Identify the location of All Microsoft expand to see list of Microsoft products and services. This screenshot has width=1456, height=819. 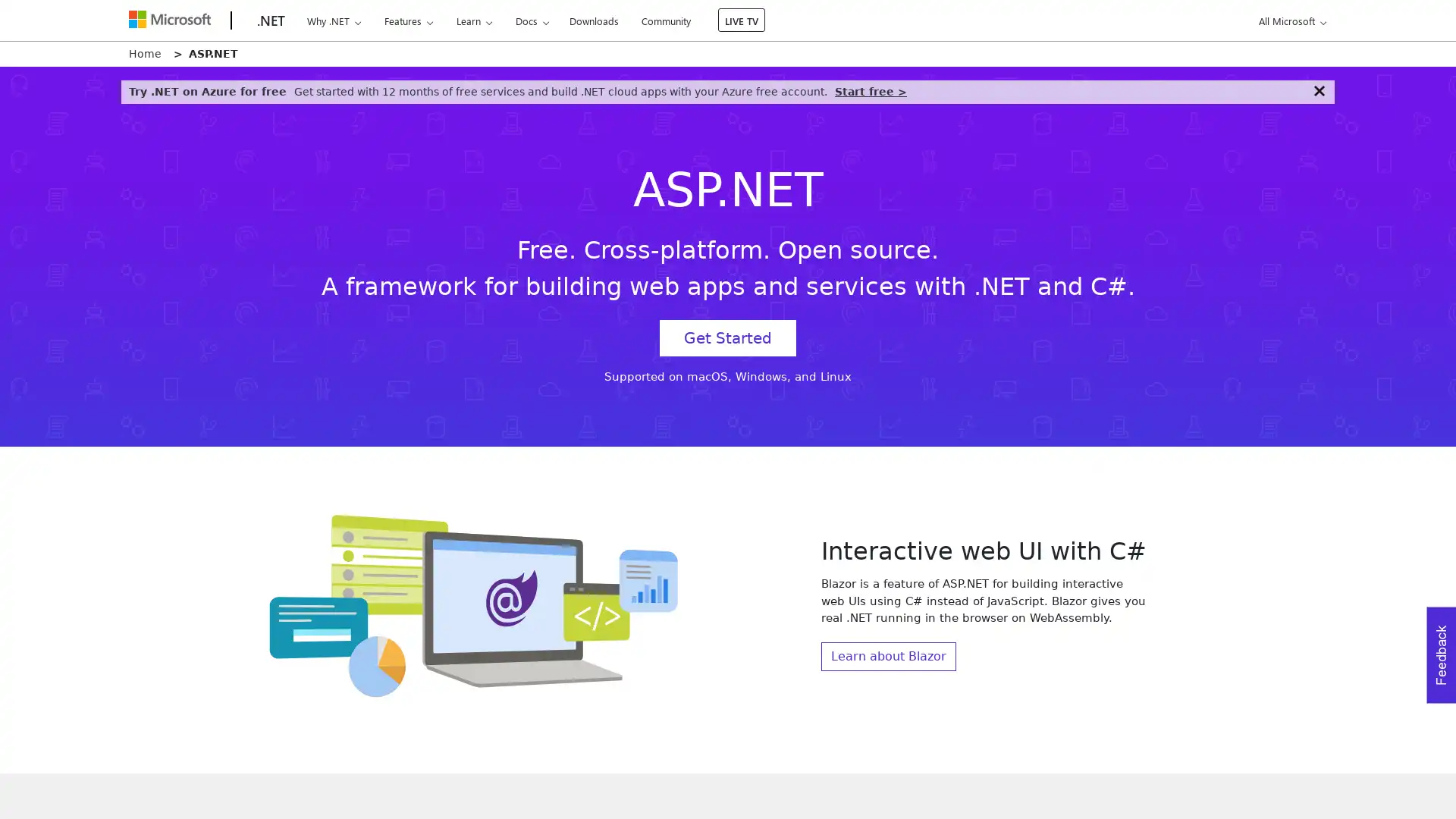
(1289, 20).